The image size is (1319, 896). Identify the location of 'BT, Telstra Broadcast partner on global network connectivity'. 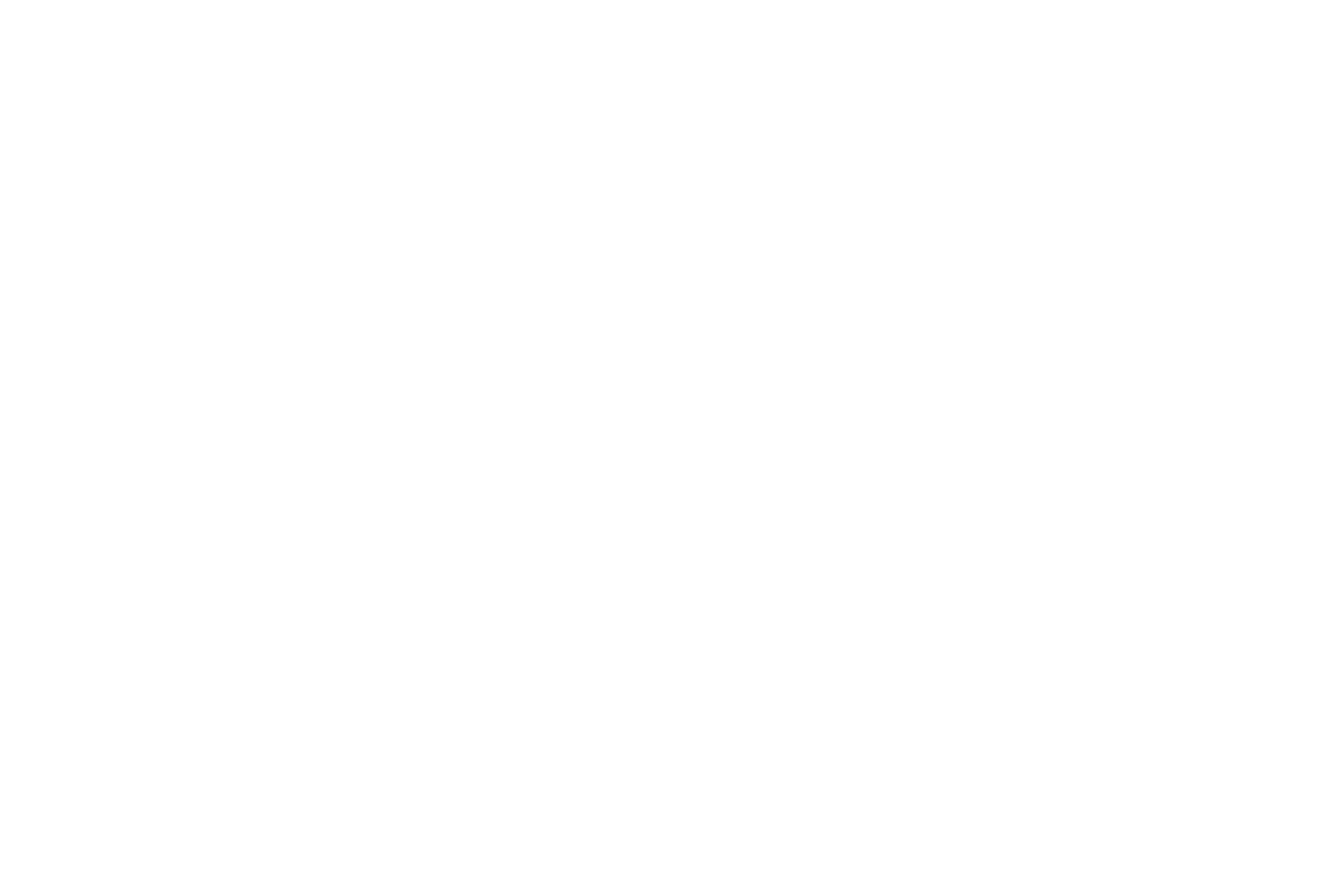
(922, 299).